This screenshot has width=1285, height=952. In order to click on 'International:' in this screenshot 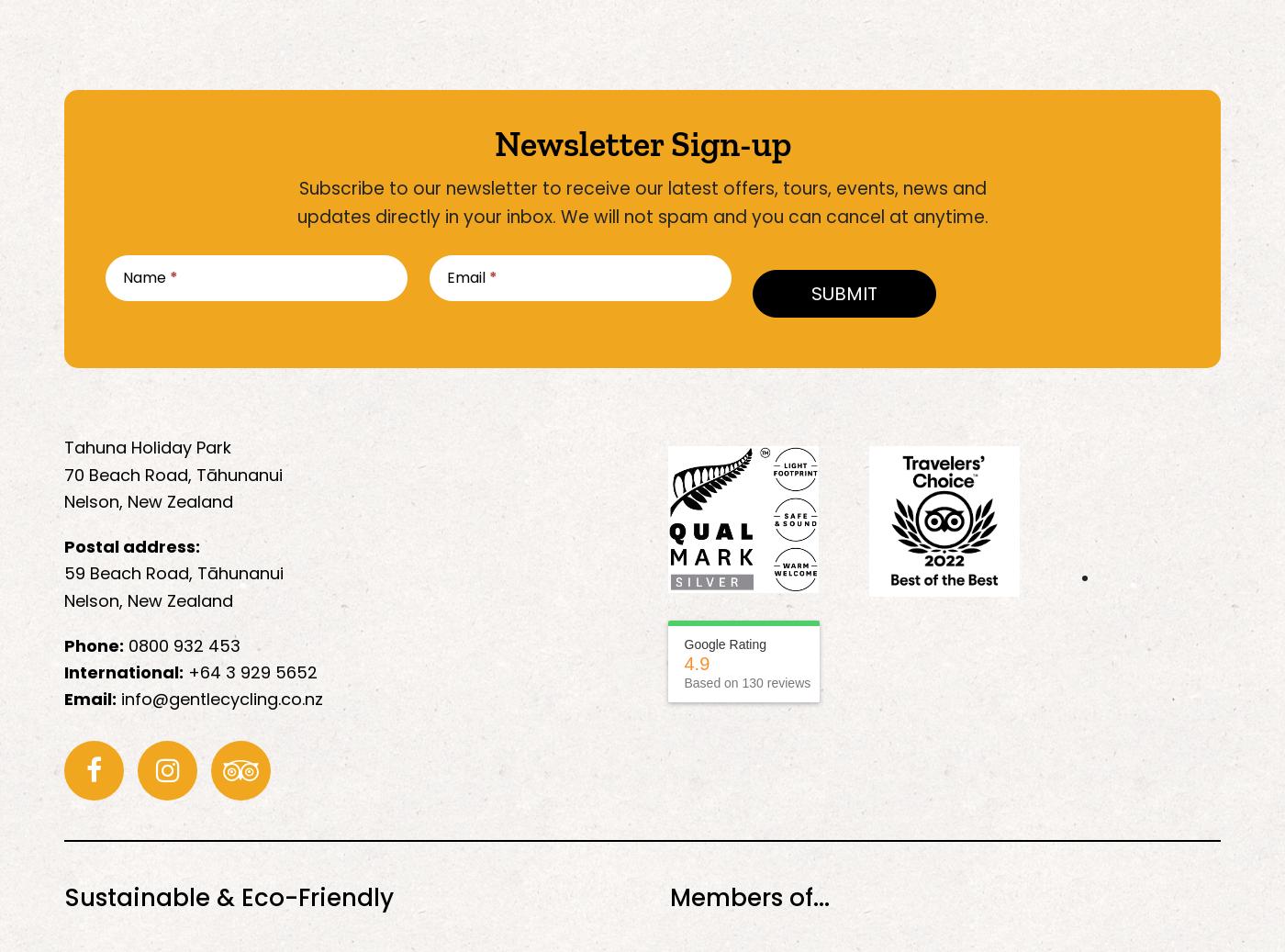, I will do `click(64, 672)`.